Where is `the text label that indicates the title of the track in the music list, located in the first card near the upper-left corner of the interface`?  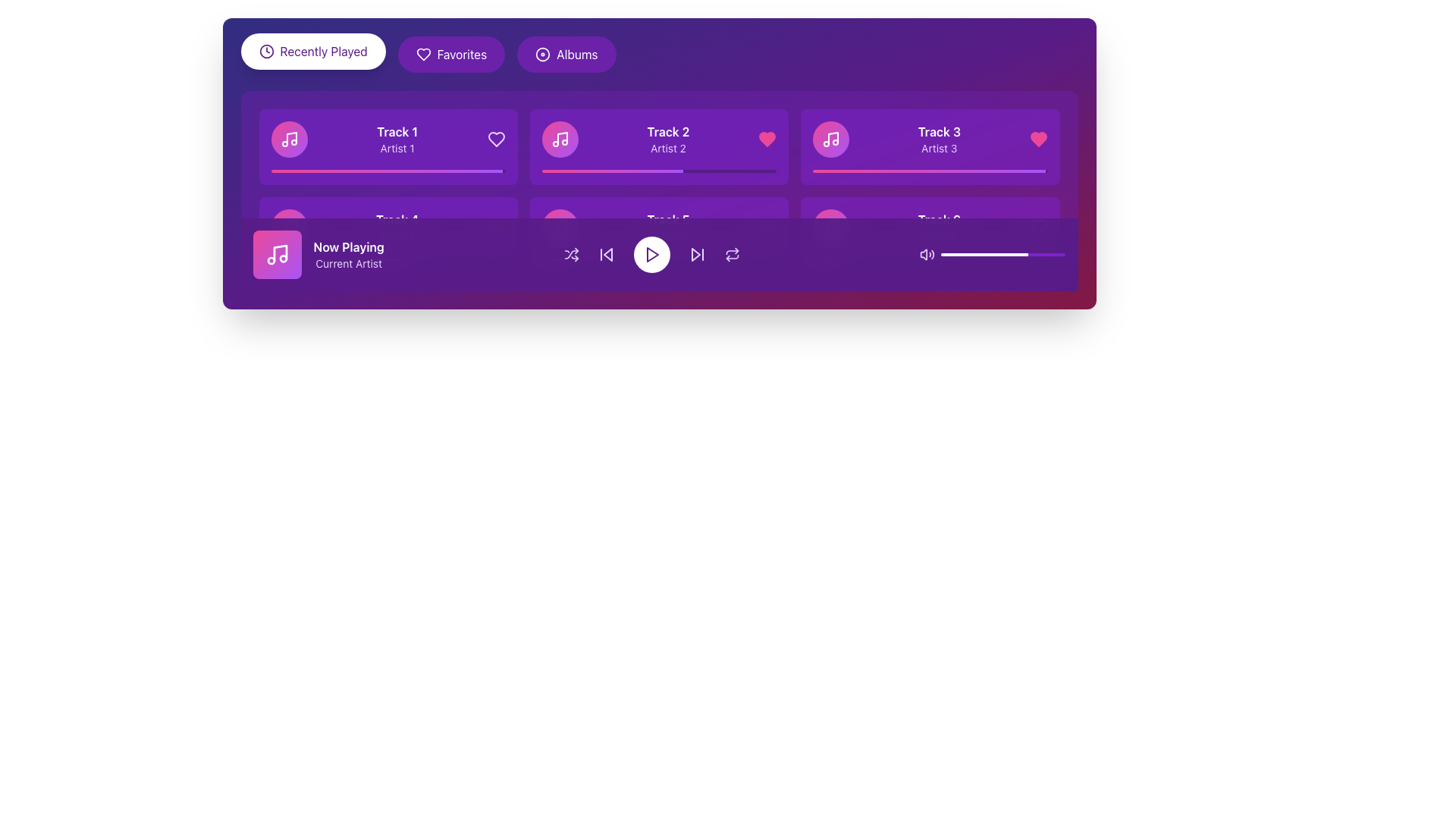
the text label that indicates the title of the track in the music list, located in the first card near the upper-left corner of the interface is located at coordinates (397, 130).